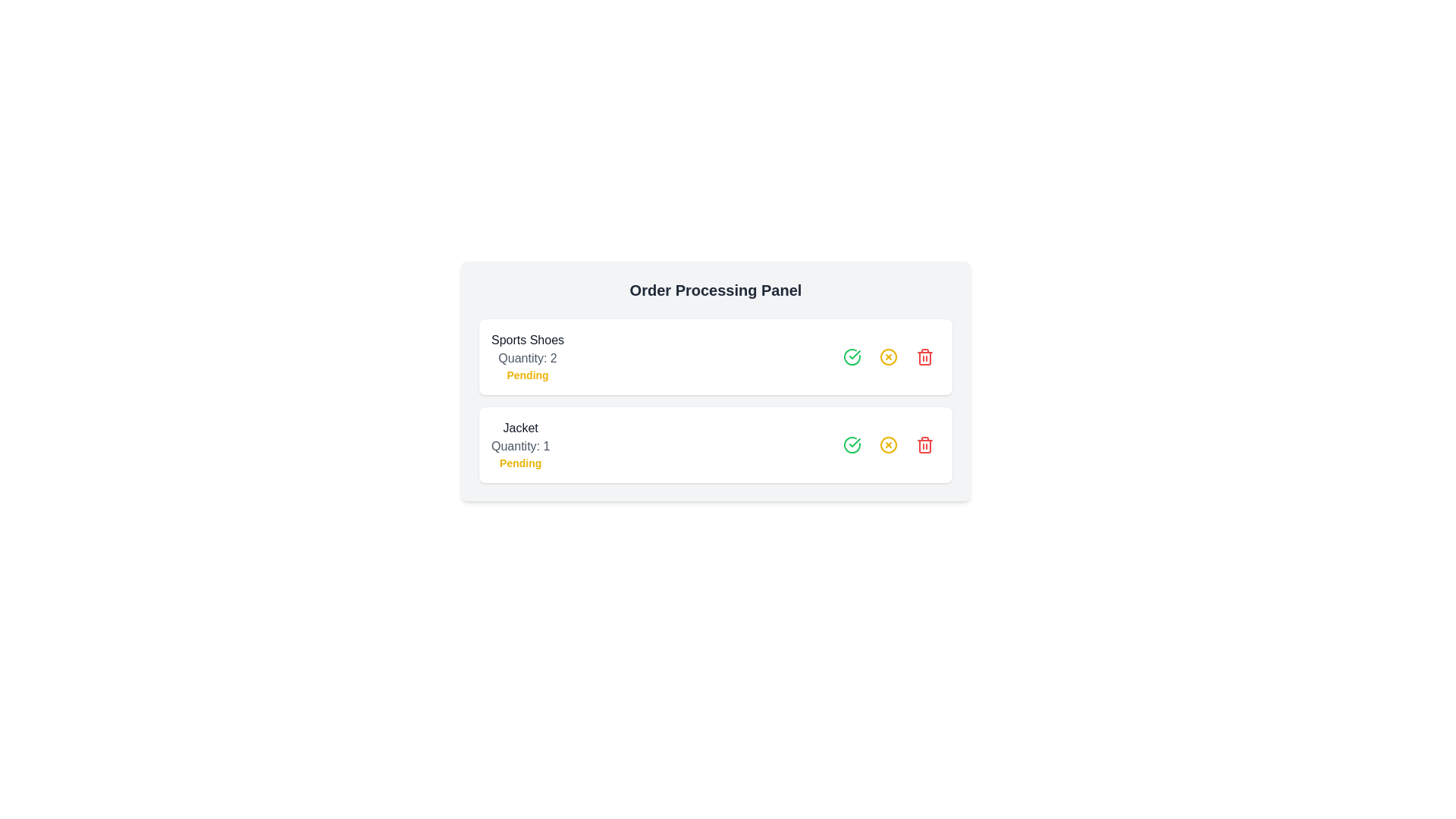 The width and height of the screenshot is (1456, 819). I want to click on the text label displaying 'Sports Shoes' located at the top of the 'Order Processing Panel' above the quantity and status text, so click(528, 339).